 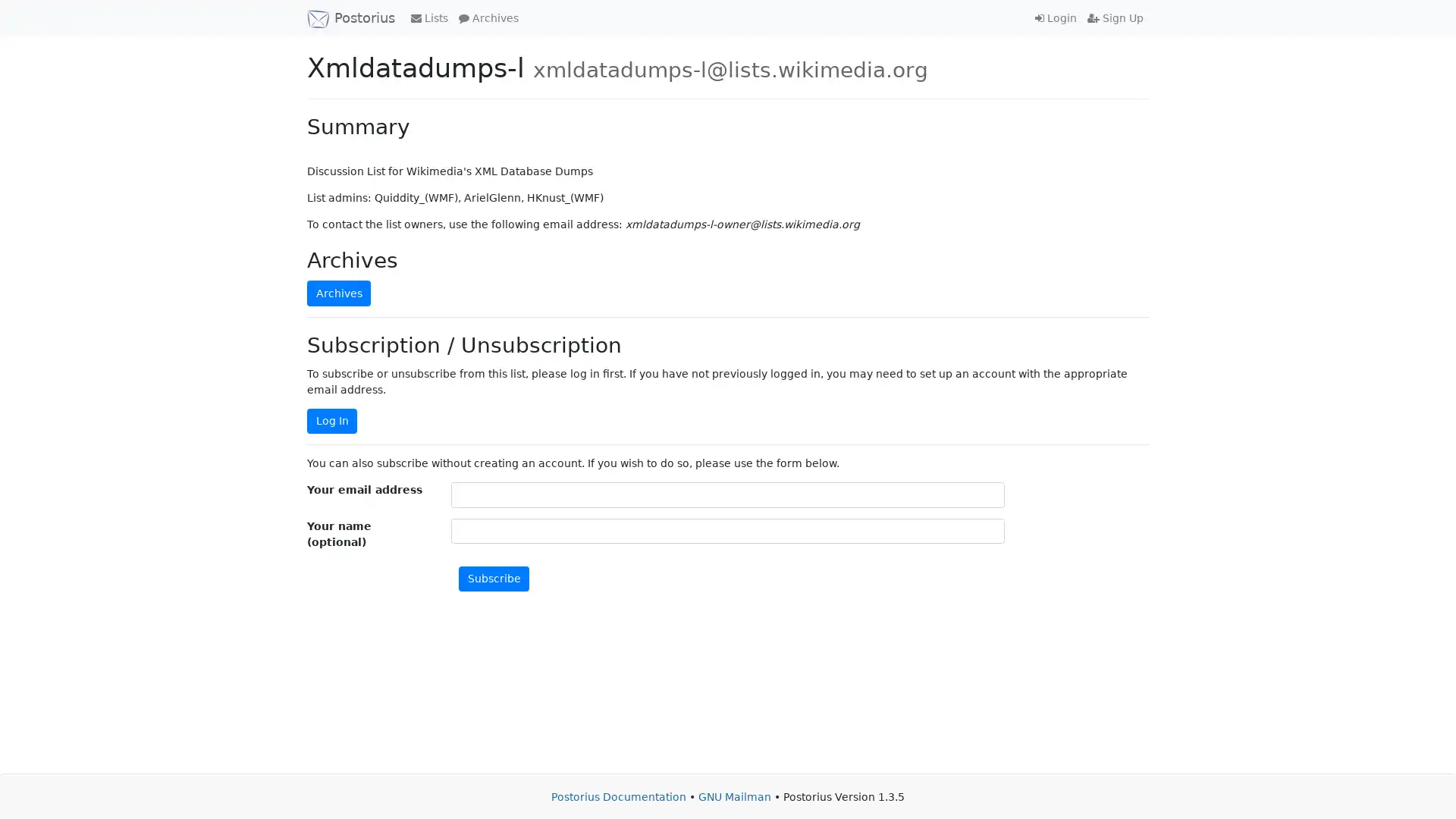 What do you see at coordinates (494, 579) in the screenshot?
I see `Subscribe` at bounding box center [494, 579].